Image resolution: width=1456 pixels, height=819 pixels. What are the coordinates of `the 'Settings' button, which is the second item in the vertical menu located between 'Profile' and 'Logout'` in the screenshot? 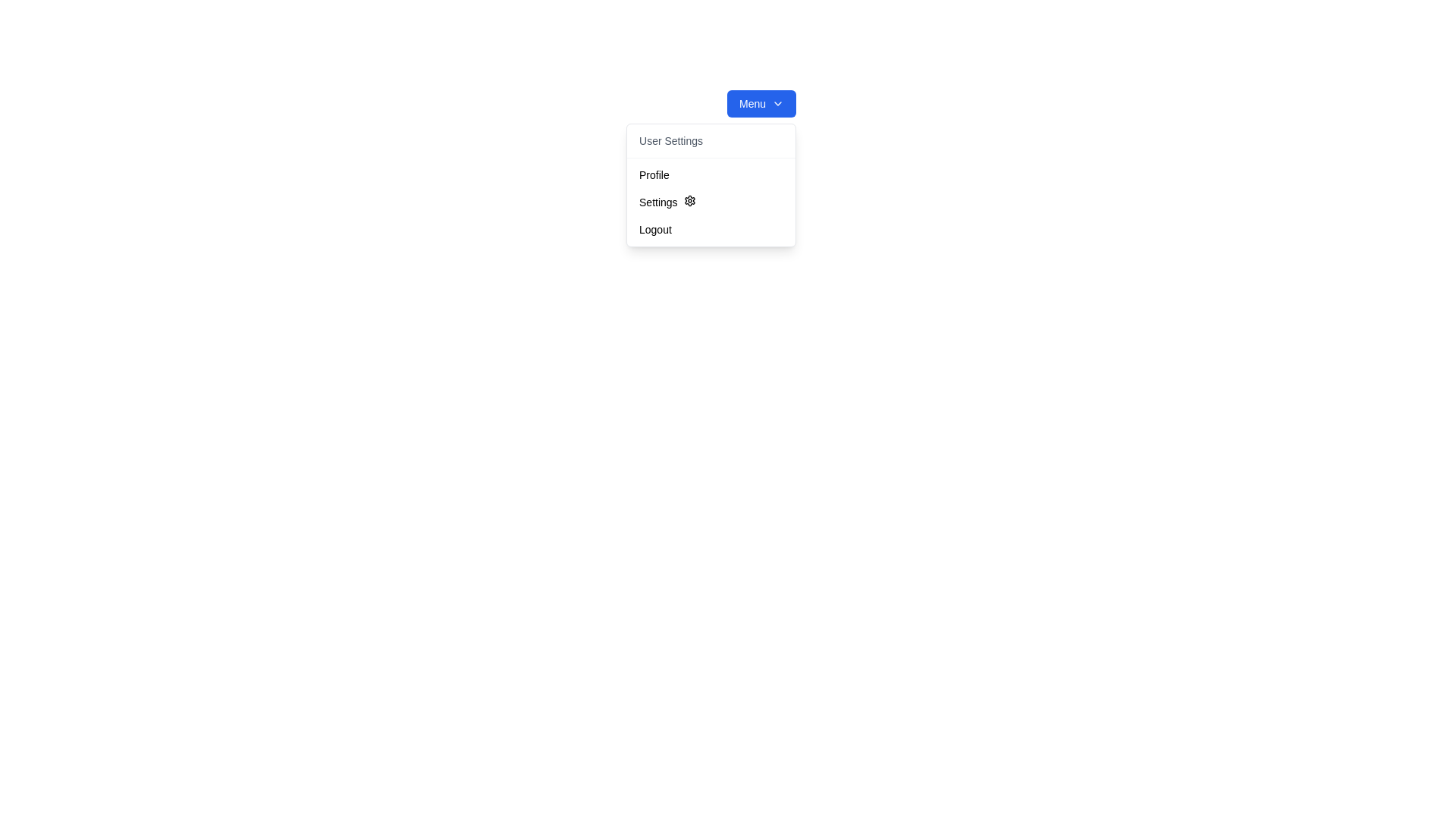 It's located at (710, 201).